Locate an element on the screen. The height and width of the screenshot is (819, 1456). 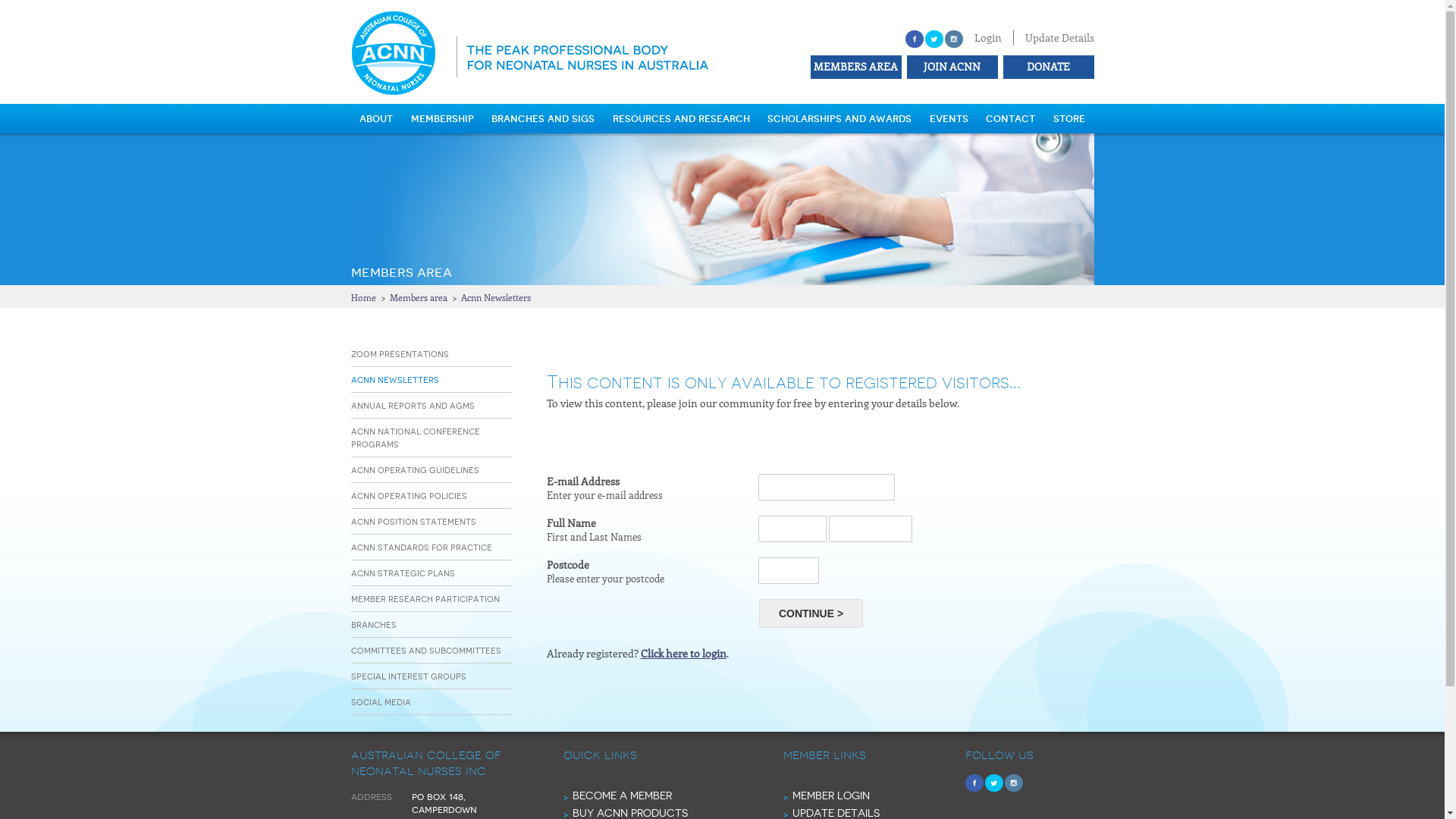
'events' is located at coordinates (948, 118).